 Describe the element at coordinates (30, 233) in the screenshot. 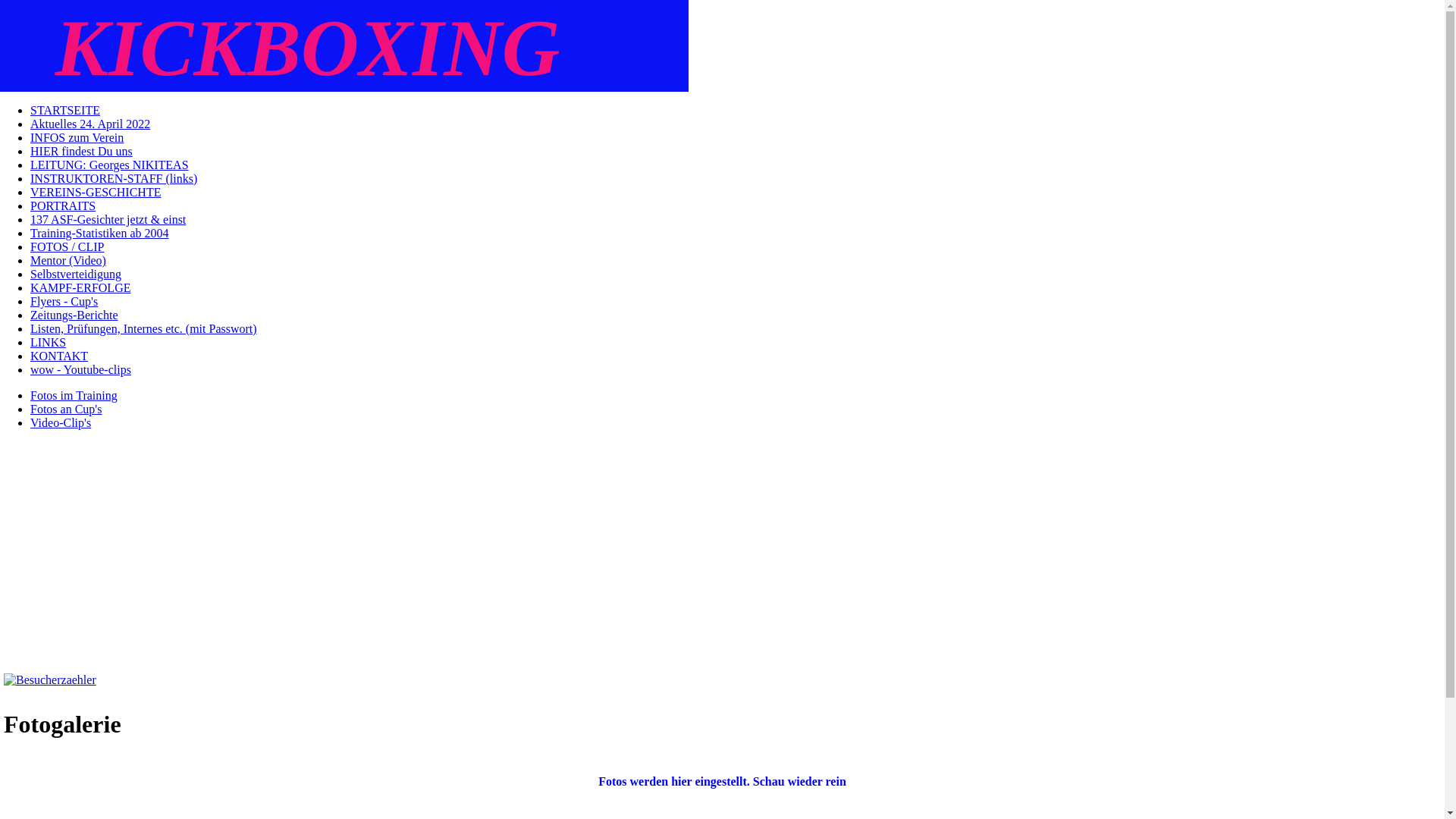

I see `'Training-Statistiken ab 2004'` at that location.